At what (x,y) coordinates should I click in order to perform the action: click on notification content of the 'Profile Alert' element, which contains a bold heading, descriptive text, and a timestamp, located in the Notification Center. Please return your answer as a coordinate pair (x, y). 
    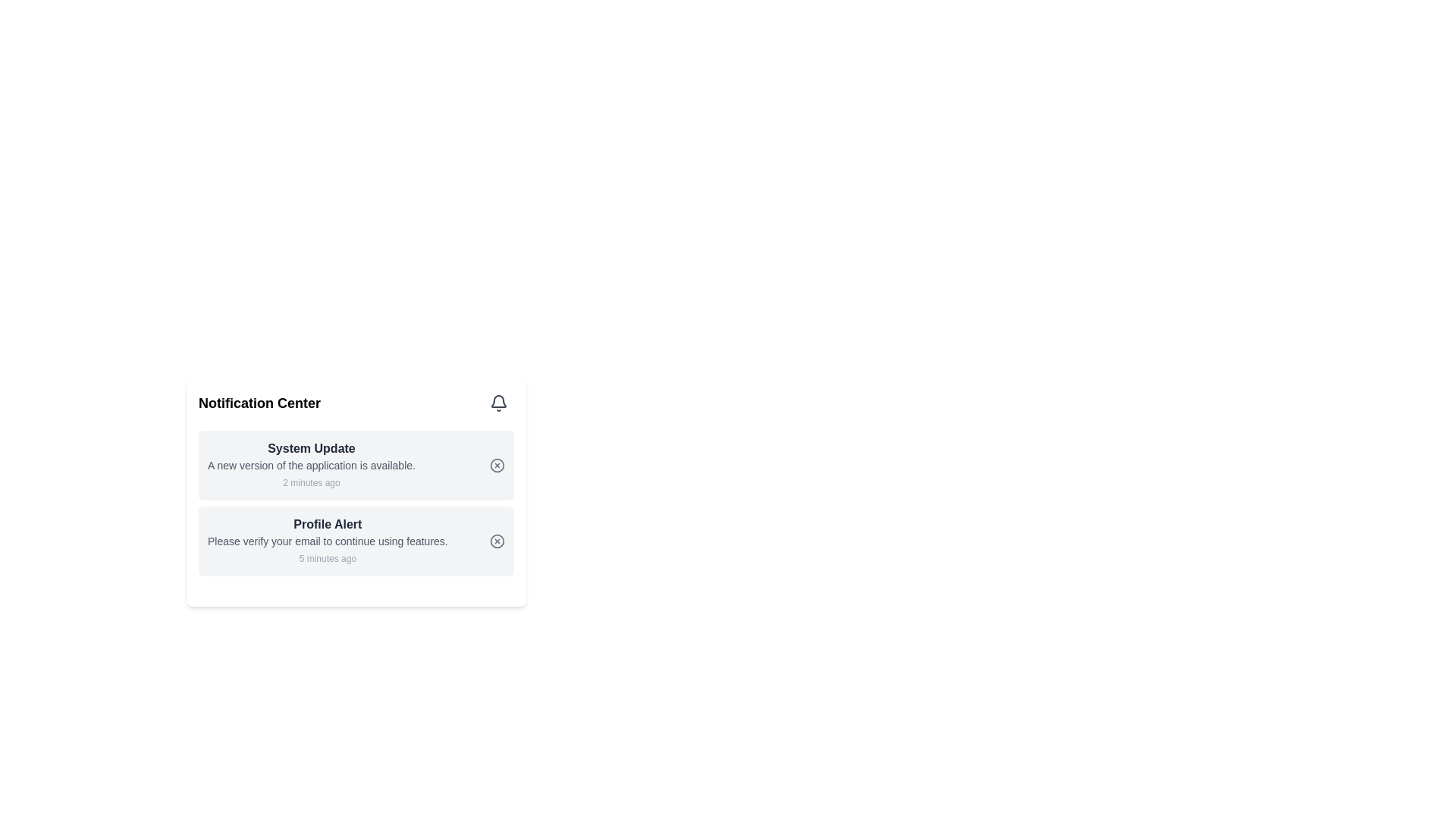
    Looking at the image, I should click on (327, 540).